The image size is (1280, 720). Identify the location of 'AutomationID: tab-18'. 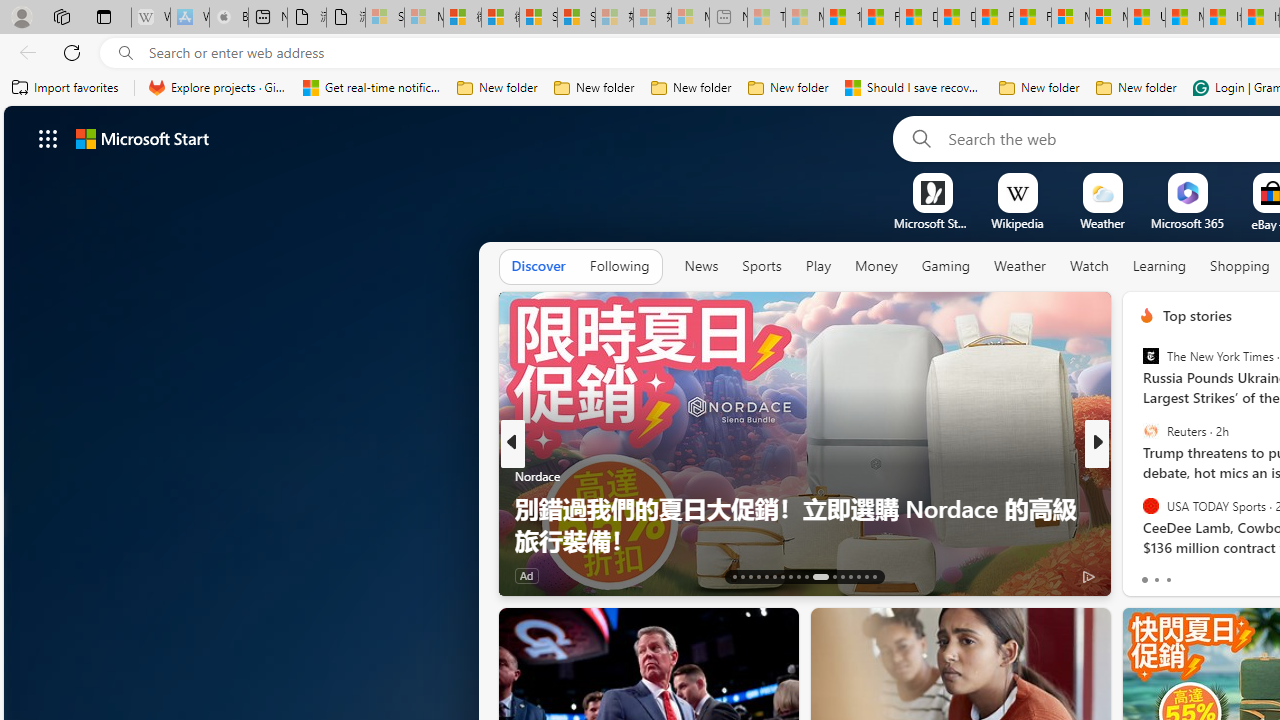
(774, 577).